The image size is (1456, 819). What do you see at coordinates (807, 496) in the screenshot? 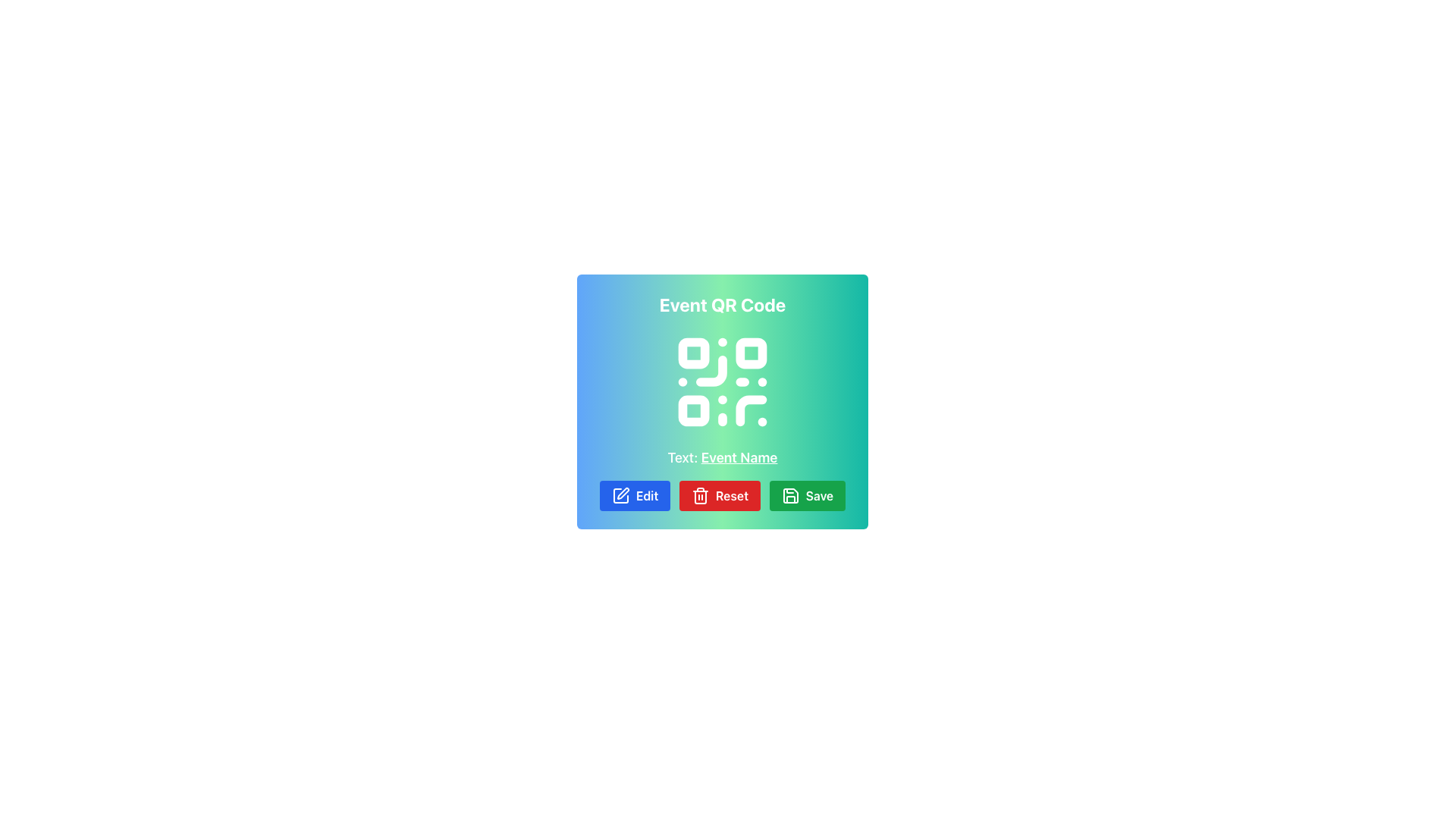
I see `the 'Save' button, which is a rectangular button with rounded edges, a green background, and white text, located at the far right of a group of three buttons under the main content area` at bounding box center [807, 496].